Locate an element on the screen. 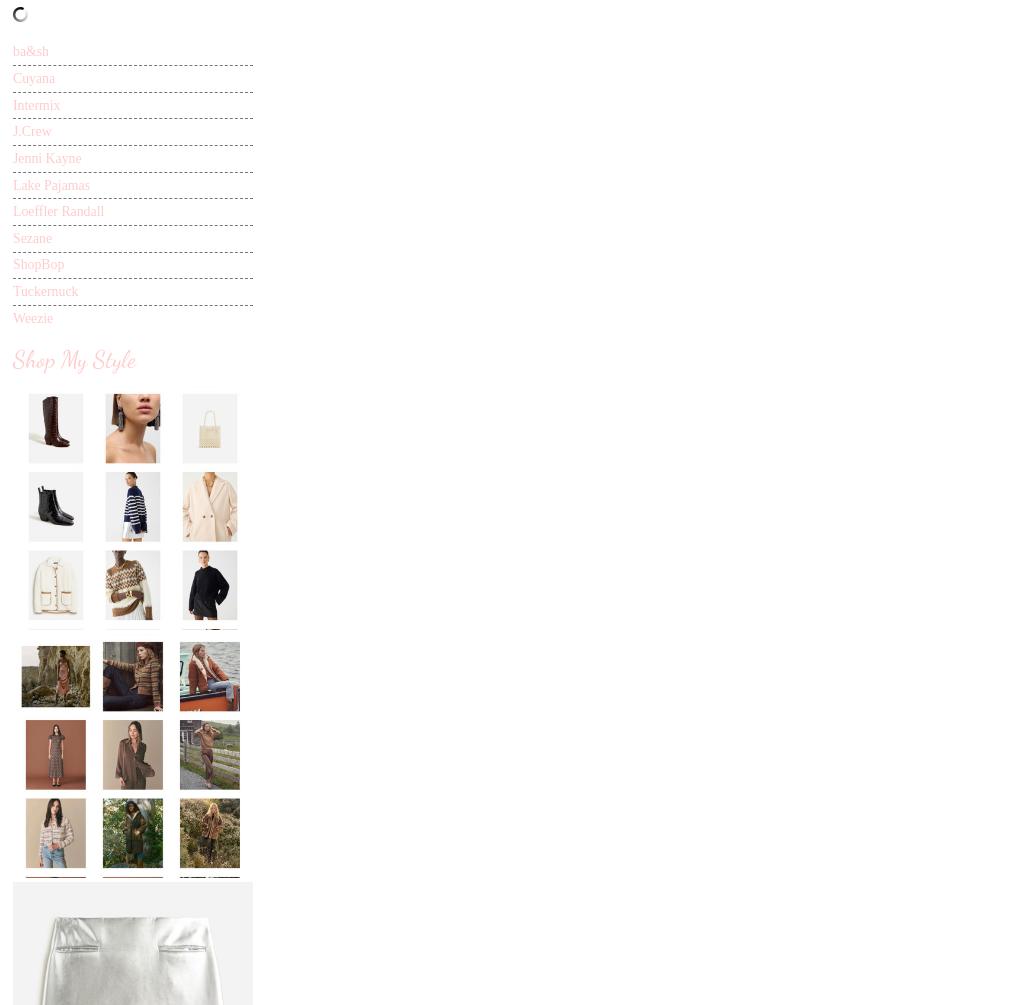 The width and height of the screenshot is (1020, 1005). 'ShopBop' is located at coordinates (37, 263).